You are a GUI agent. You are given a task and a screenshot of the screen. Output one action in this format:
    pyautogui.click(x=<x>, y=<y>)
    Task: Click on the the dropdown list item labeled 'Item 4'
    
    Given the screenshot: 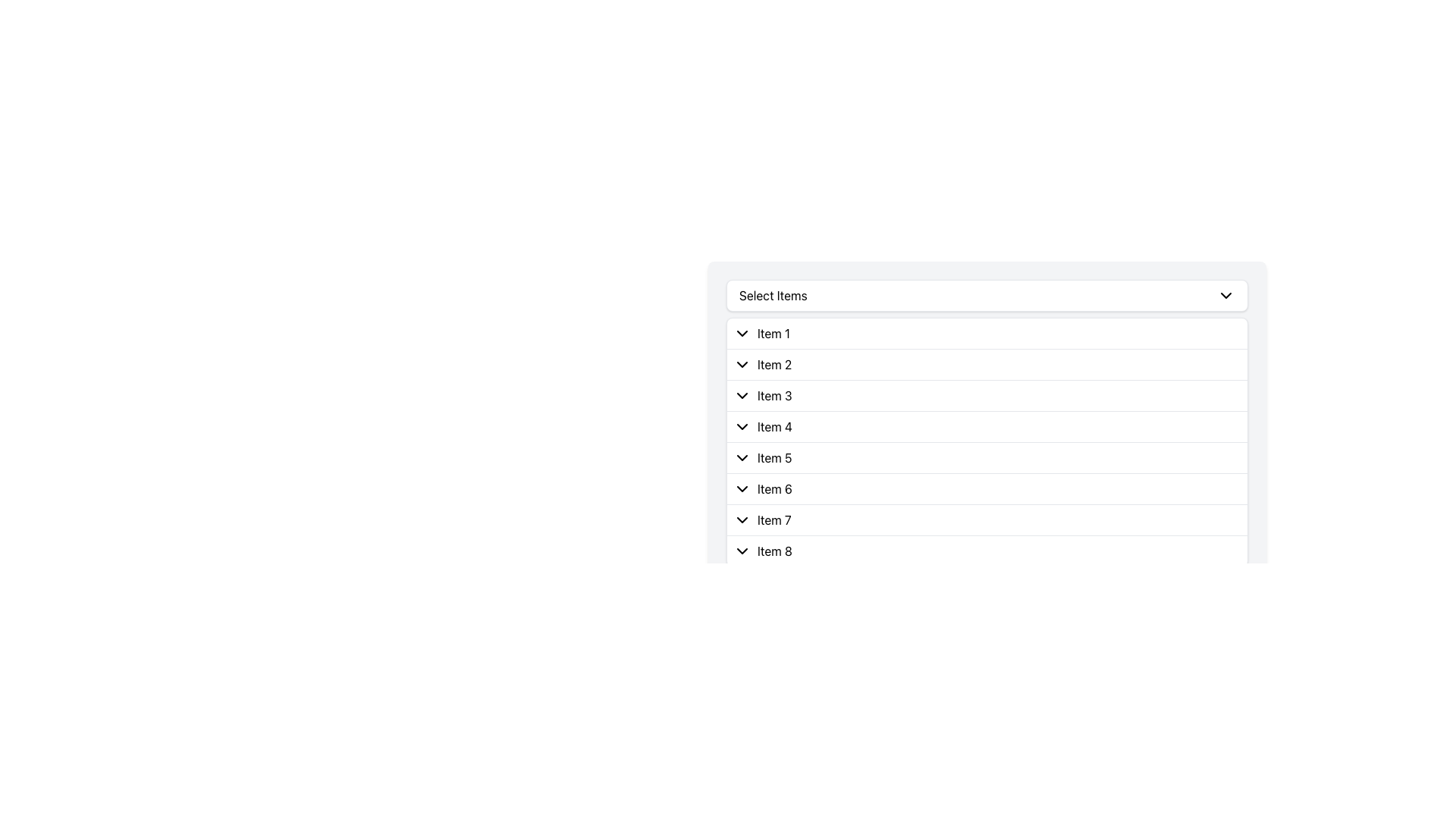 What is the action you would take?
    pyautogui.click(x=987, y=426)
    